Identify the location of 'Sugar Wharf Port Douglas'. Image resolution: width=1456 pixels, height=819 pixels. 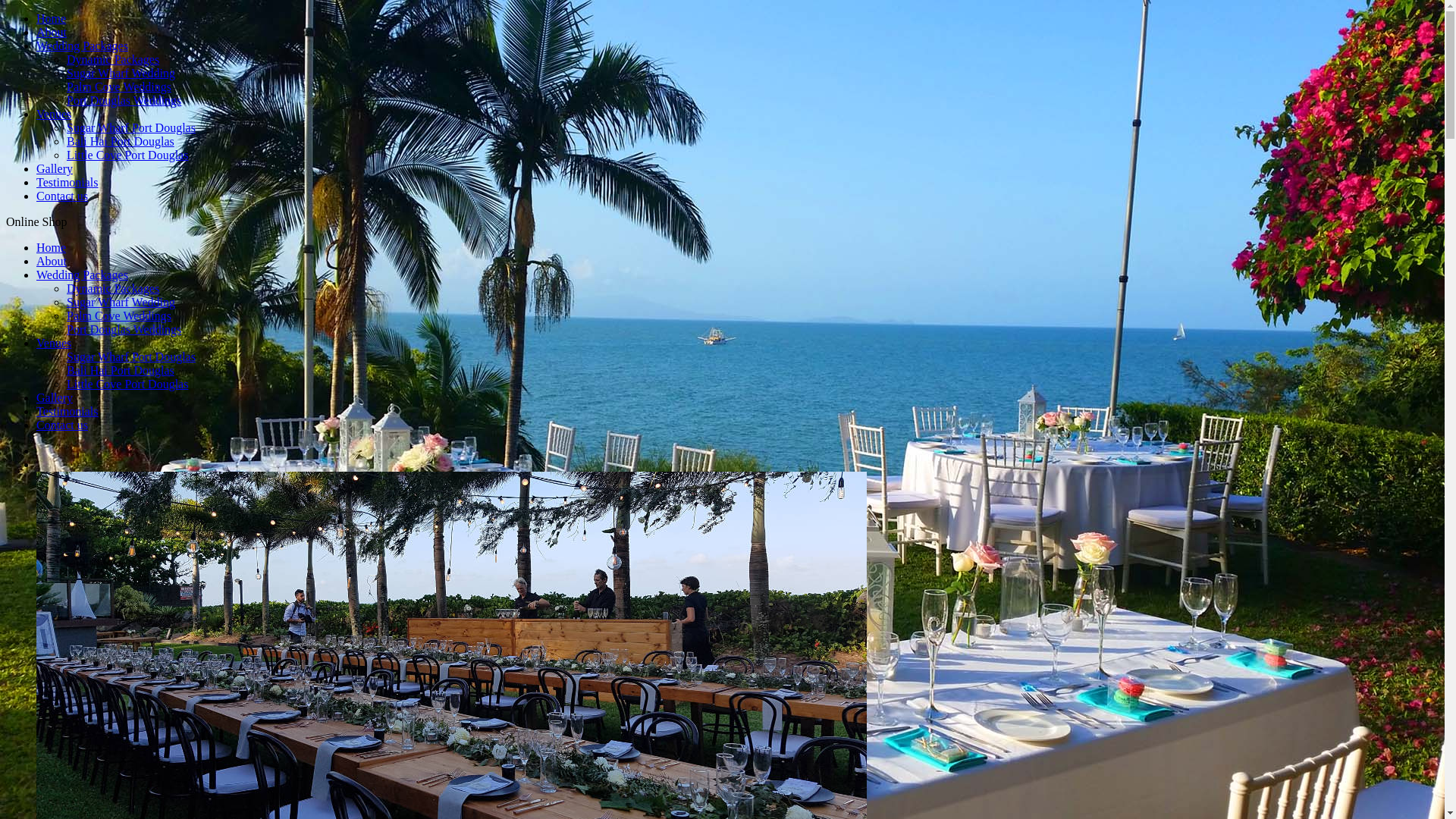
(130, 356).